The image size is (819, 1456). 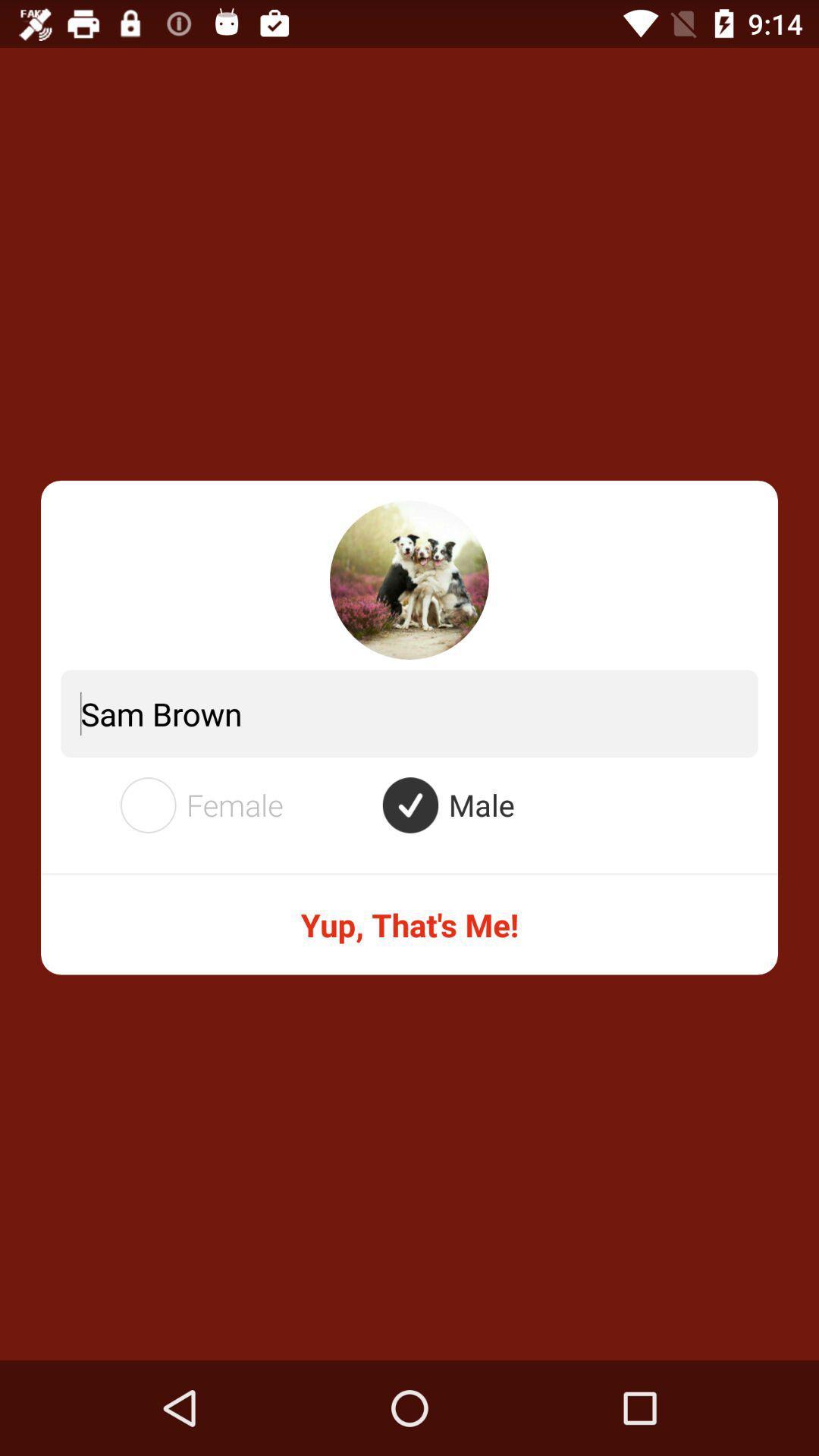 What do you see at coordinates (409, 579) in the screenshot?
I see `the avatar icon` at bounding box center [409, 579].